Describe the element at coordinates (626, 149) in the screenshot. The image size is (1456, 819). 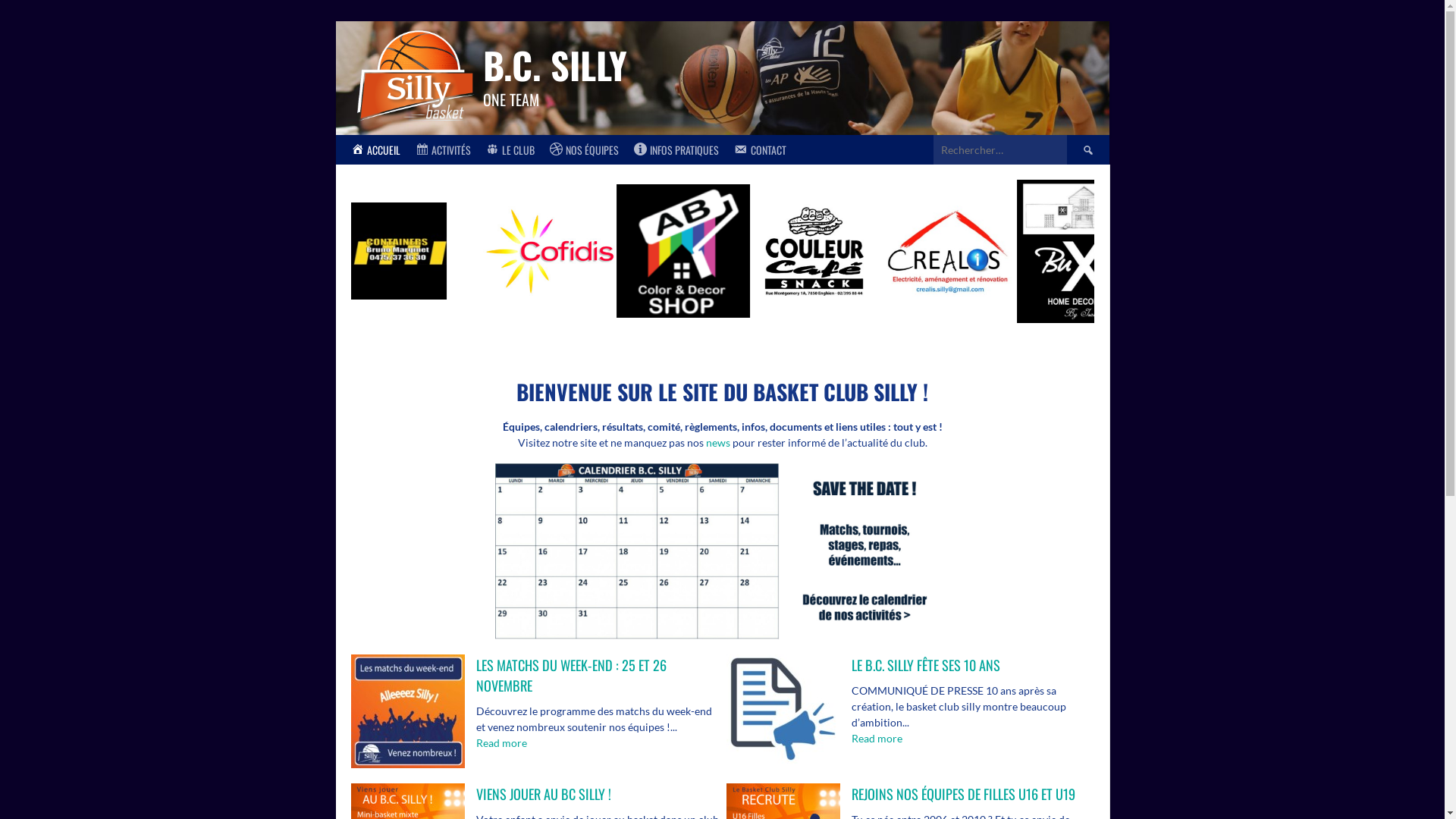
I see `'INFOS PRATIQUES'` at that location.